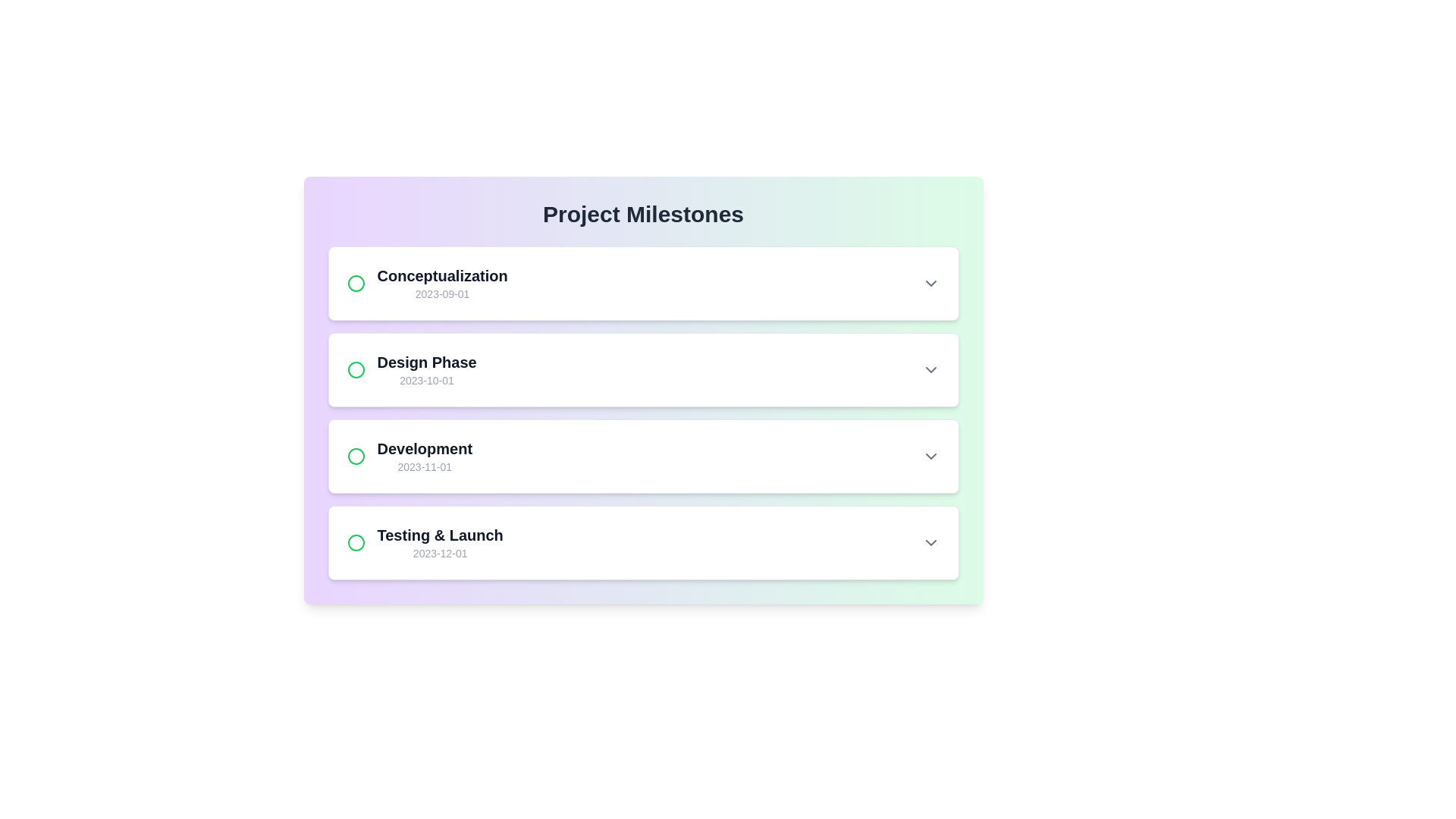 The width and height of the screenshot is (1456, 819). Describe the element at coordinates (425, 542) in the screenshot. I see `the milestone 'Testing & Launch' scheduled for '2023-12-01' which is the fourth item in the 'Project Milestones' list` at that location.